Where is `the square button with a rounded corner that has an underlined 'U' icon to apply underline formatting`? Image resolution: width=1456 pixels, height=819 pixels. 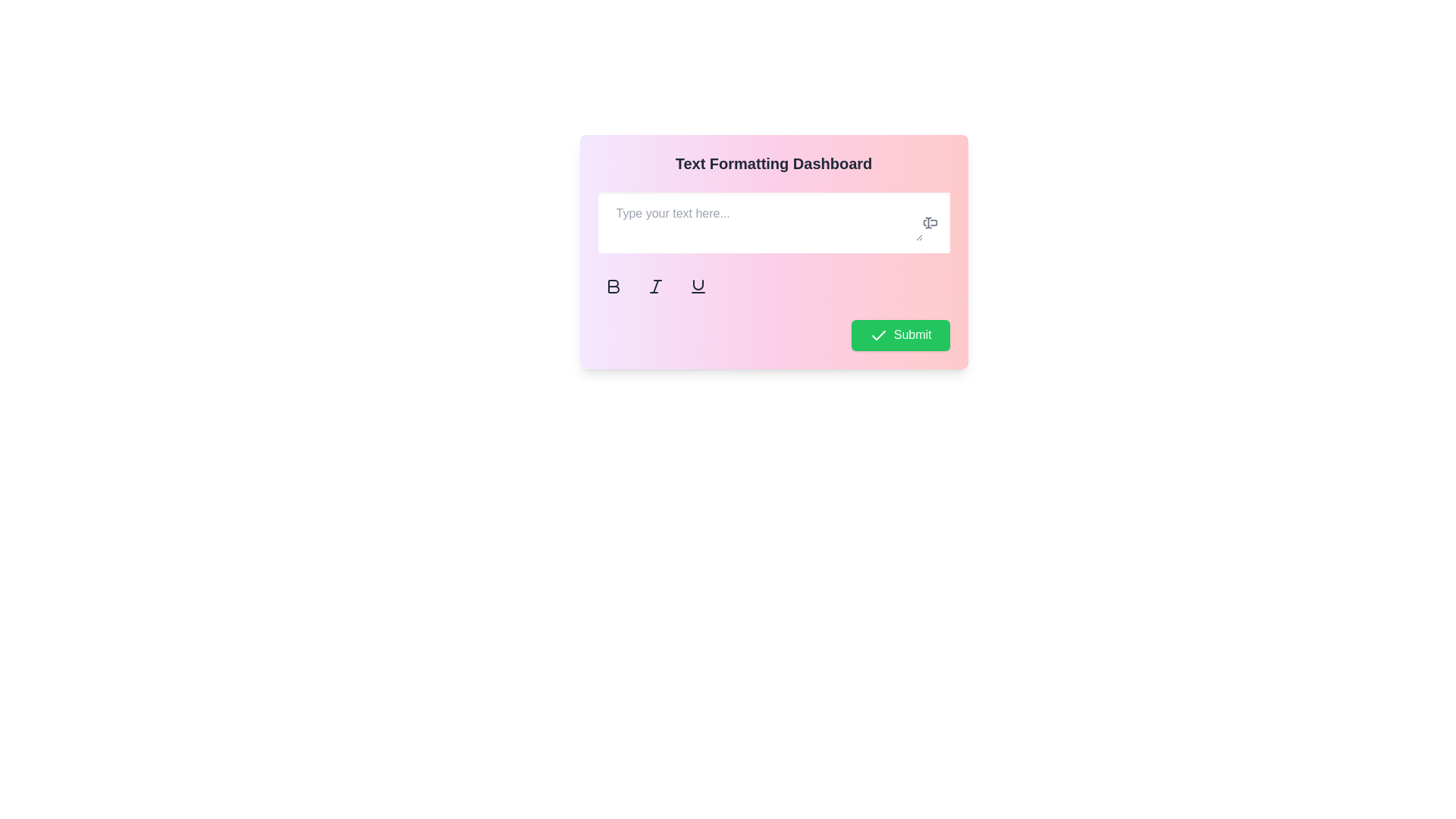 the square button with a rounded corner that has an underlined 'U' icon to apply underline formatting is located at coordinates (697, 287).